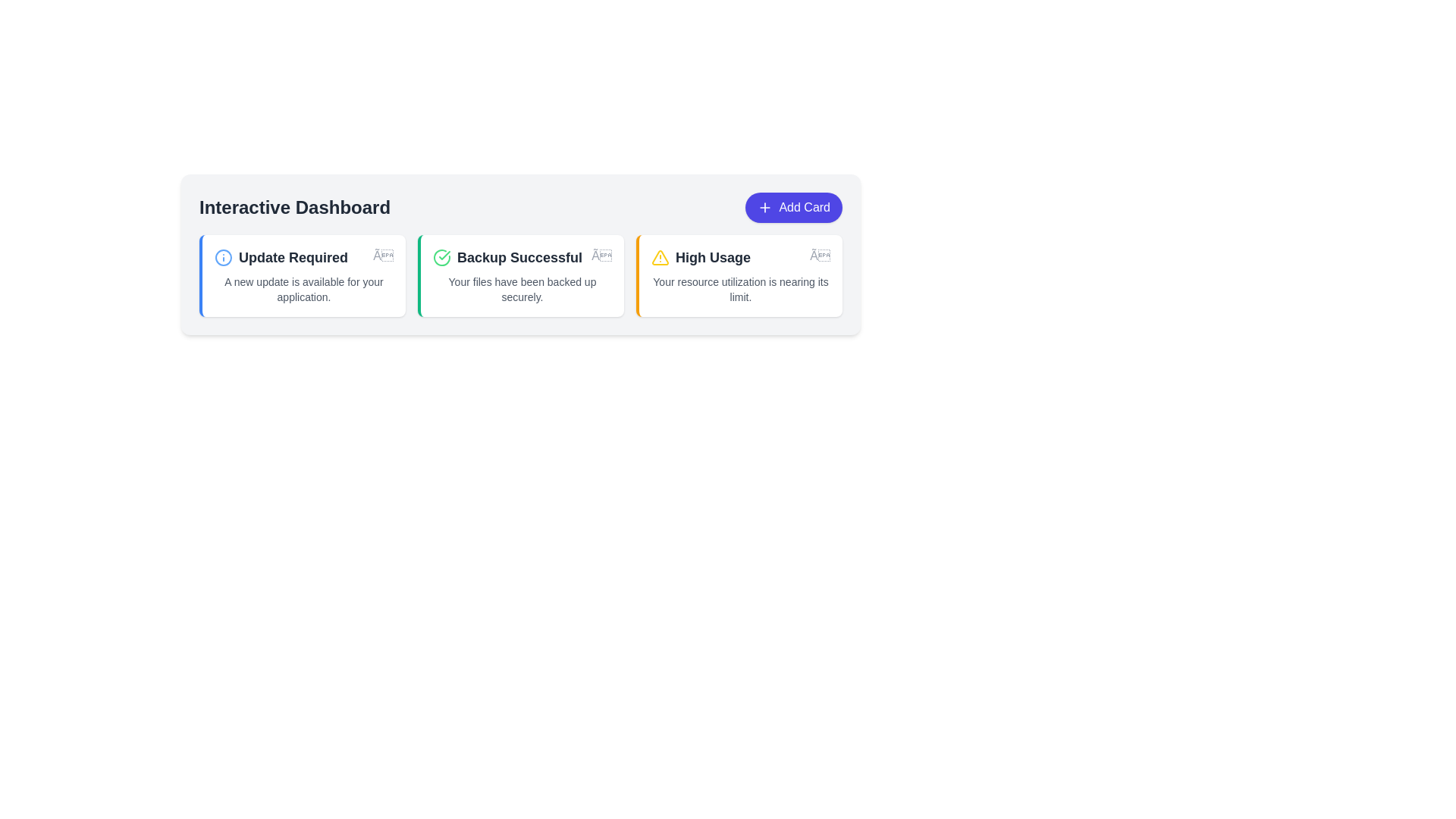  What do you see at coordinates (222, 256) in the screenshot?
I see `the central circular feature of the icon representing information or alert within the 'Update Required' card on the 'Interactive Dashboard'` at bounding box center [222, 256].